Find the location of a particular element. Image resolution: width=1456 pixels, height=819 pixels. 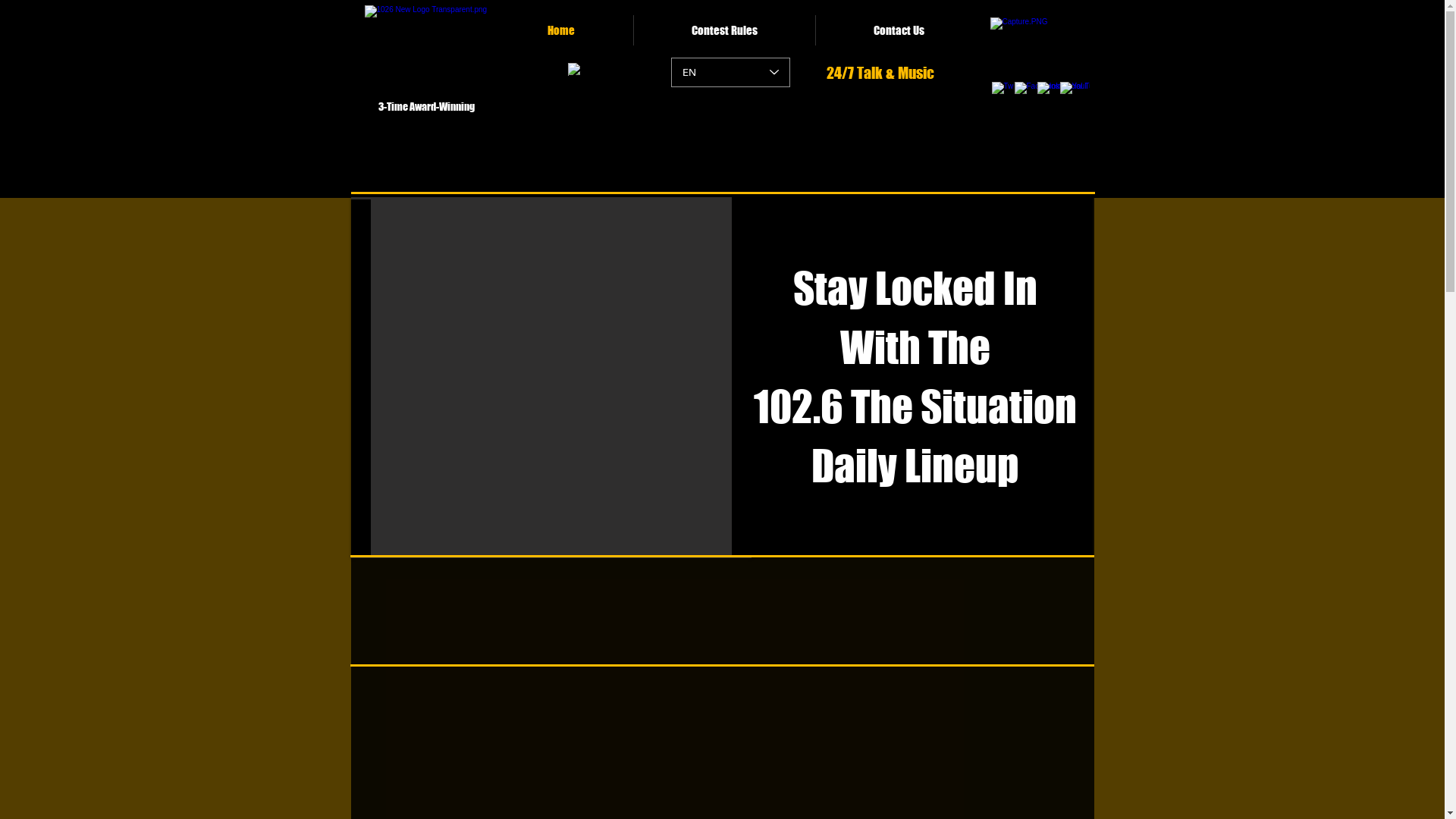

'Home' is located at coordinates (560, 30).